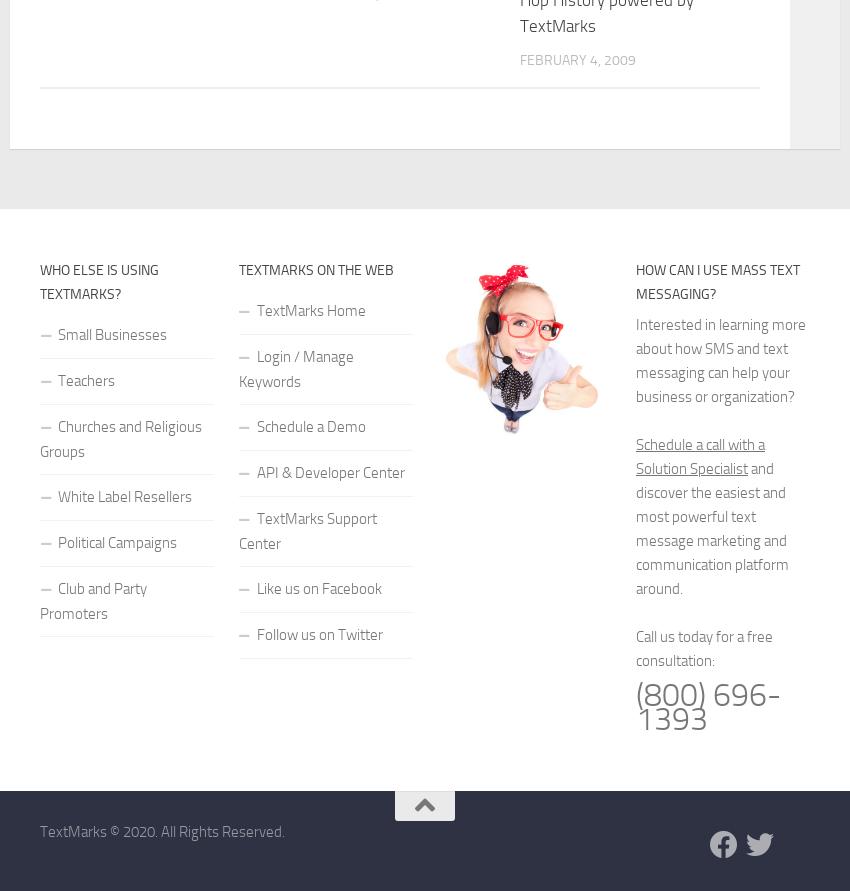  What do you see at coordinates (294, 369) in the screenshot?
I see `'Login / Manage Keywords'` at bounding box center [294, 369].